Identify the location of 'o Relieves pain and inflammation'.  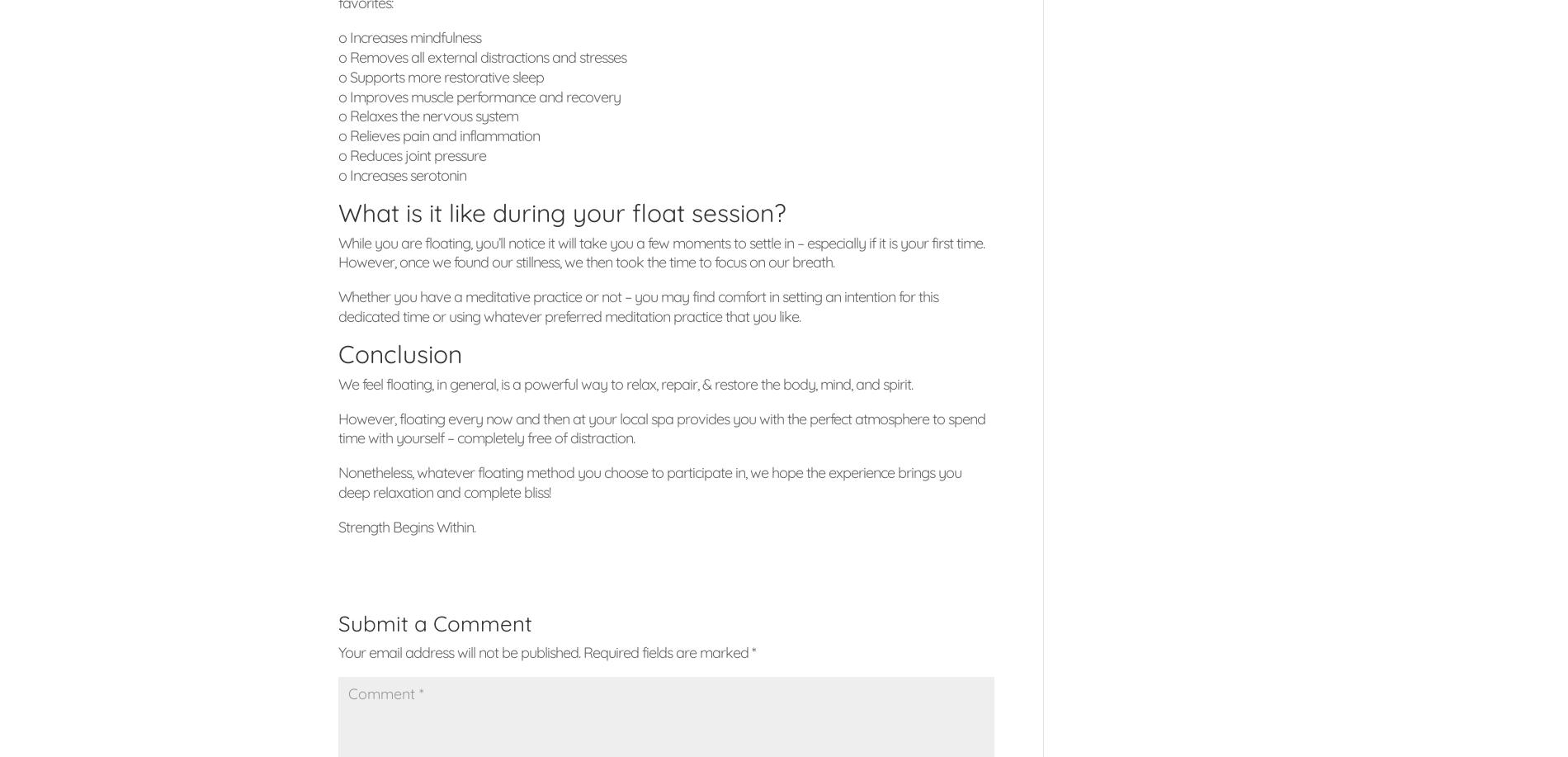
(338, 135).